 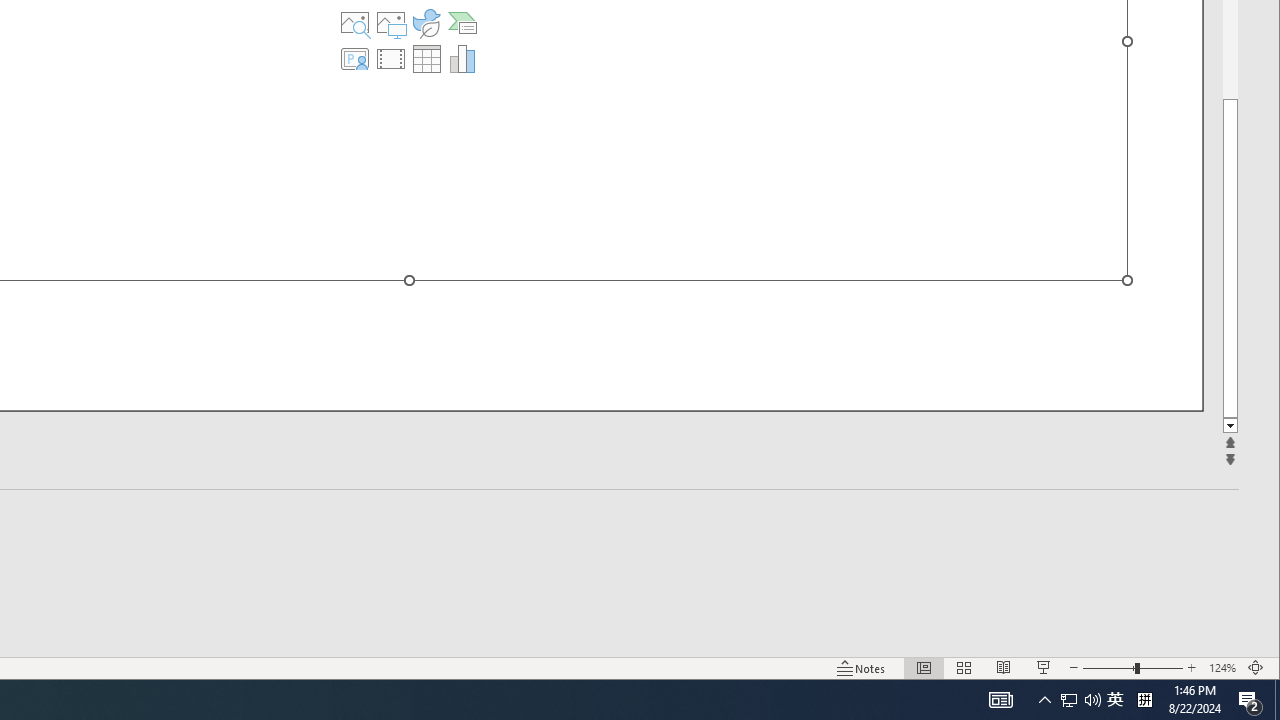 I want to click on 'Normal', so click(x=923, y=668).